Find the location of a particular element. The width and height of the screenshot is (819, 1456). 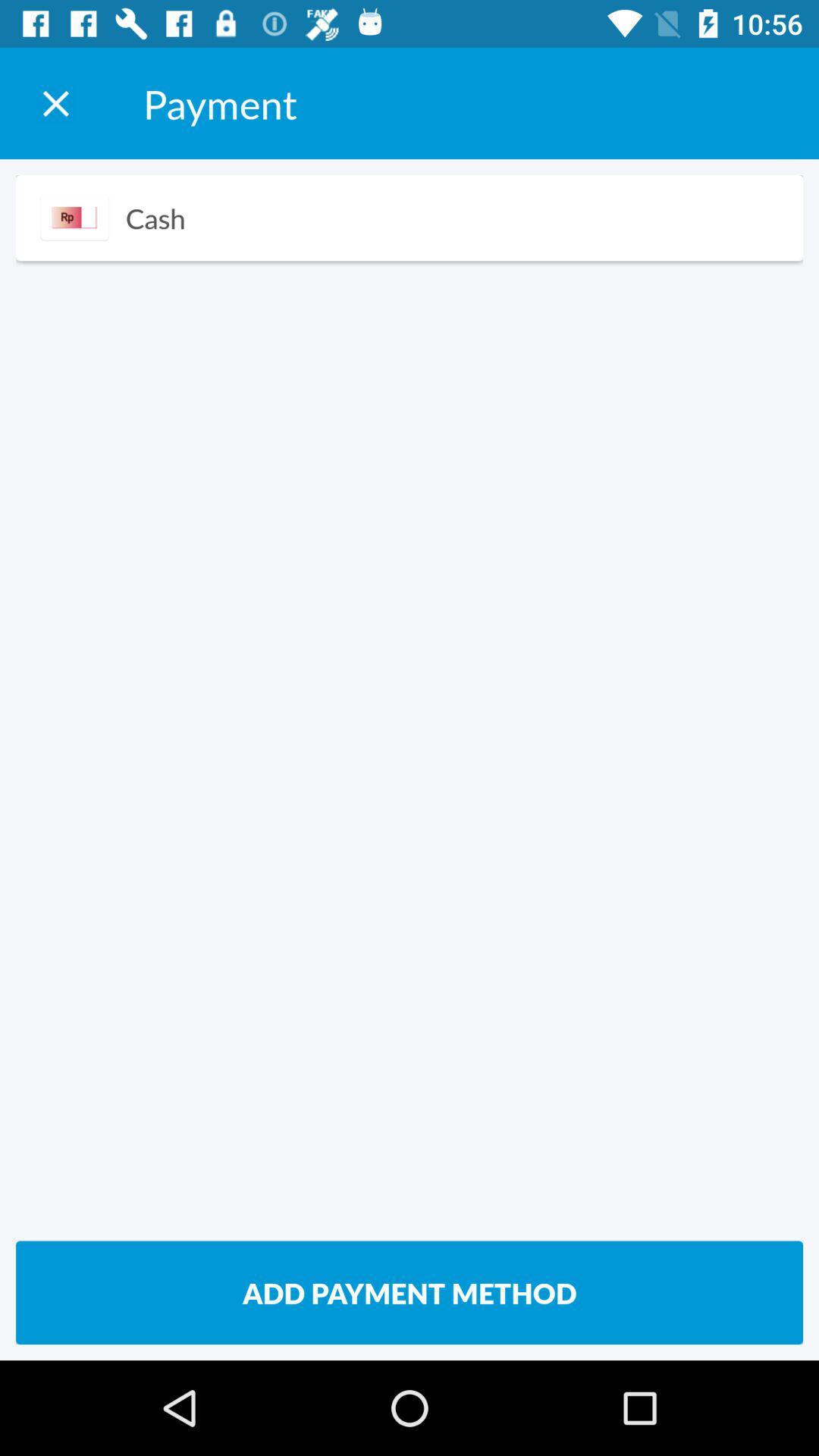

the cash item is located at coordinates (155, 217).